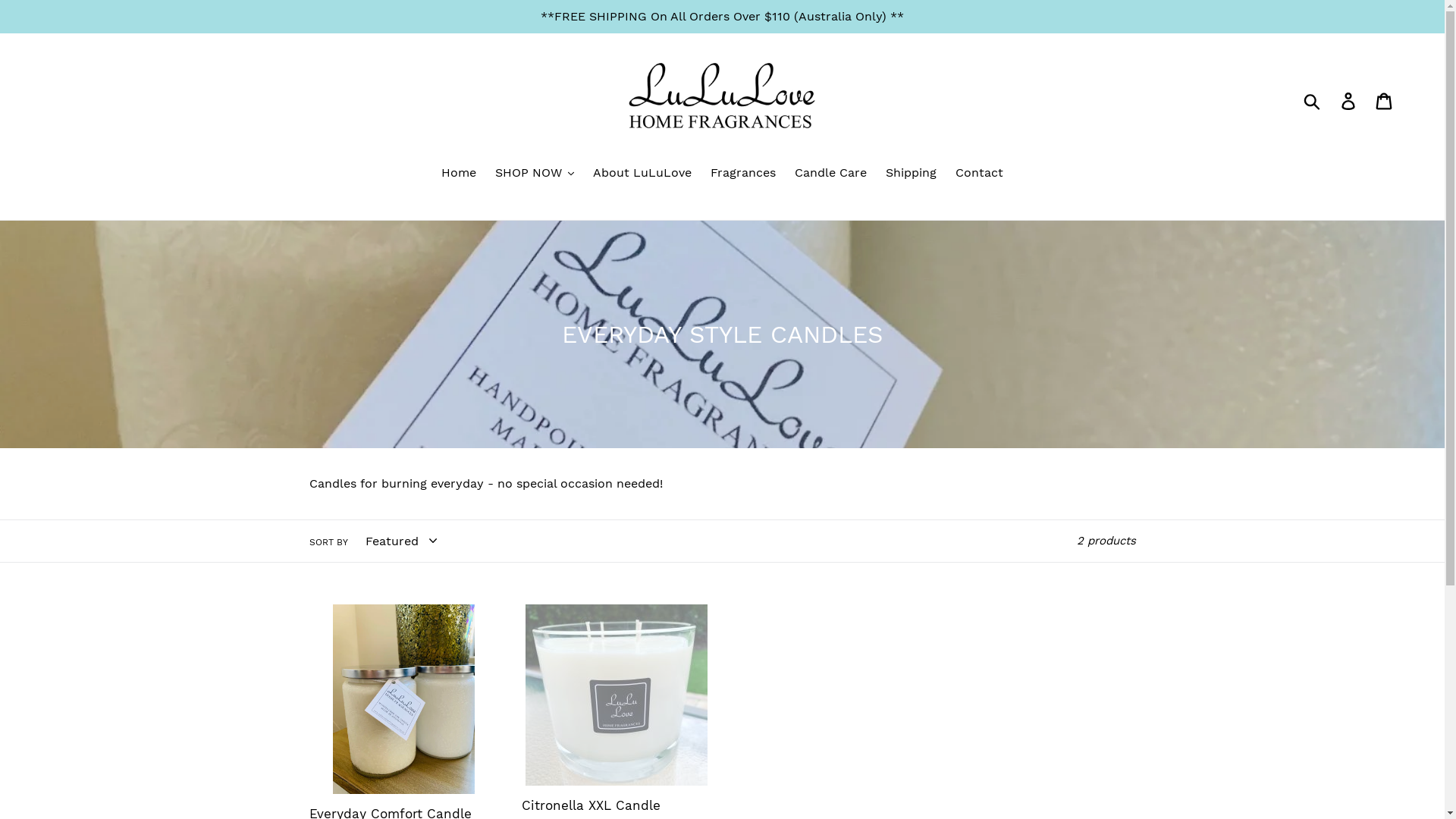 The image size is (1456, 819). Describe the element at coordinates (979, 173) in the screenshot. I see `'Contact'` at that location.